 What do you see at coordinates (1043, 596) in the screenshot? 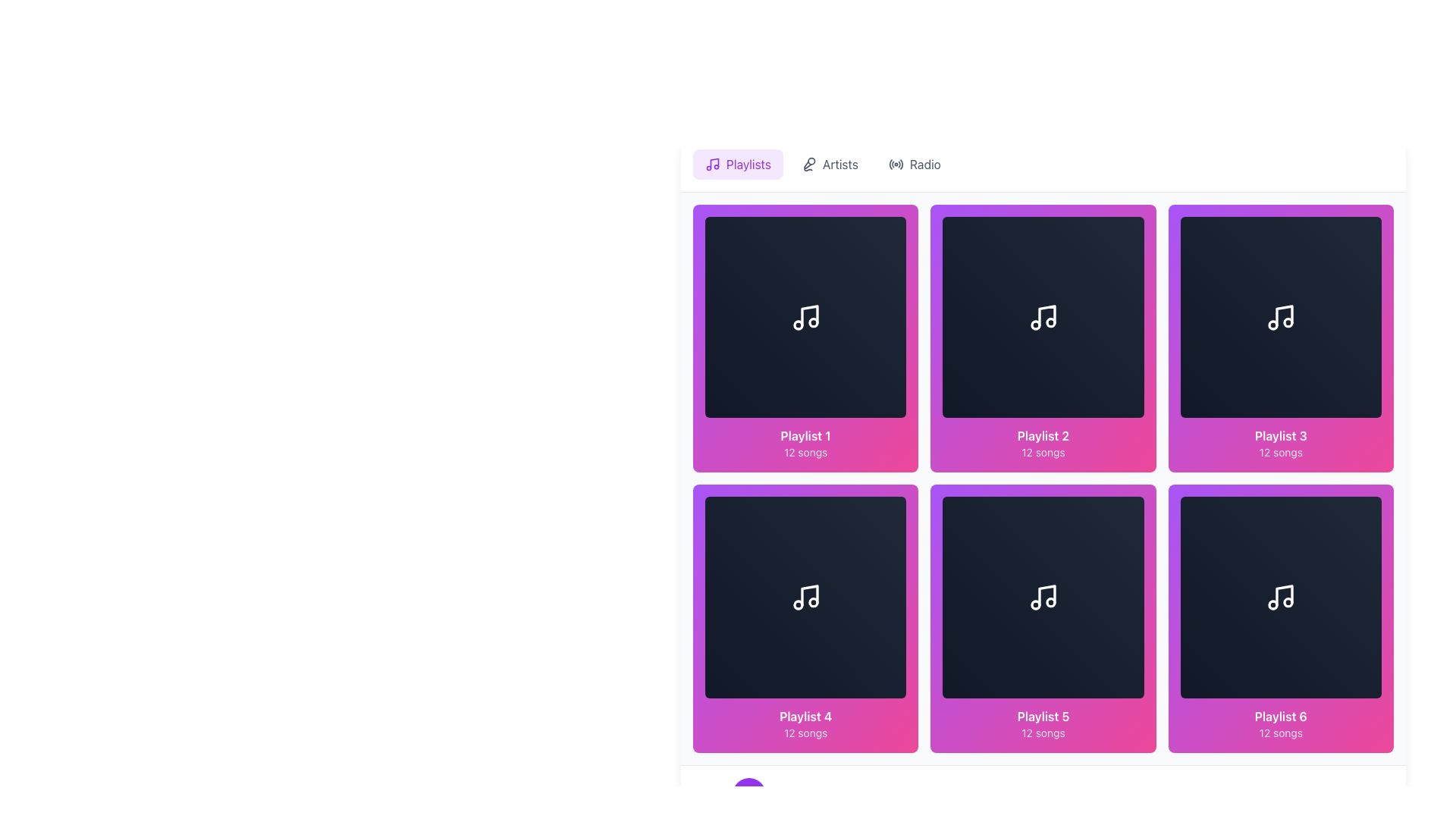
I see `the 'Playlist 5' icon located in the top portion of the card, which is centrally aligned above the text labels 'Playlist 5' and '12 songs'` at bounding box center [1043, 596].